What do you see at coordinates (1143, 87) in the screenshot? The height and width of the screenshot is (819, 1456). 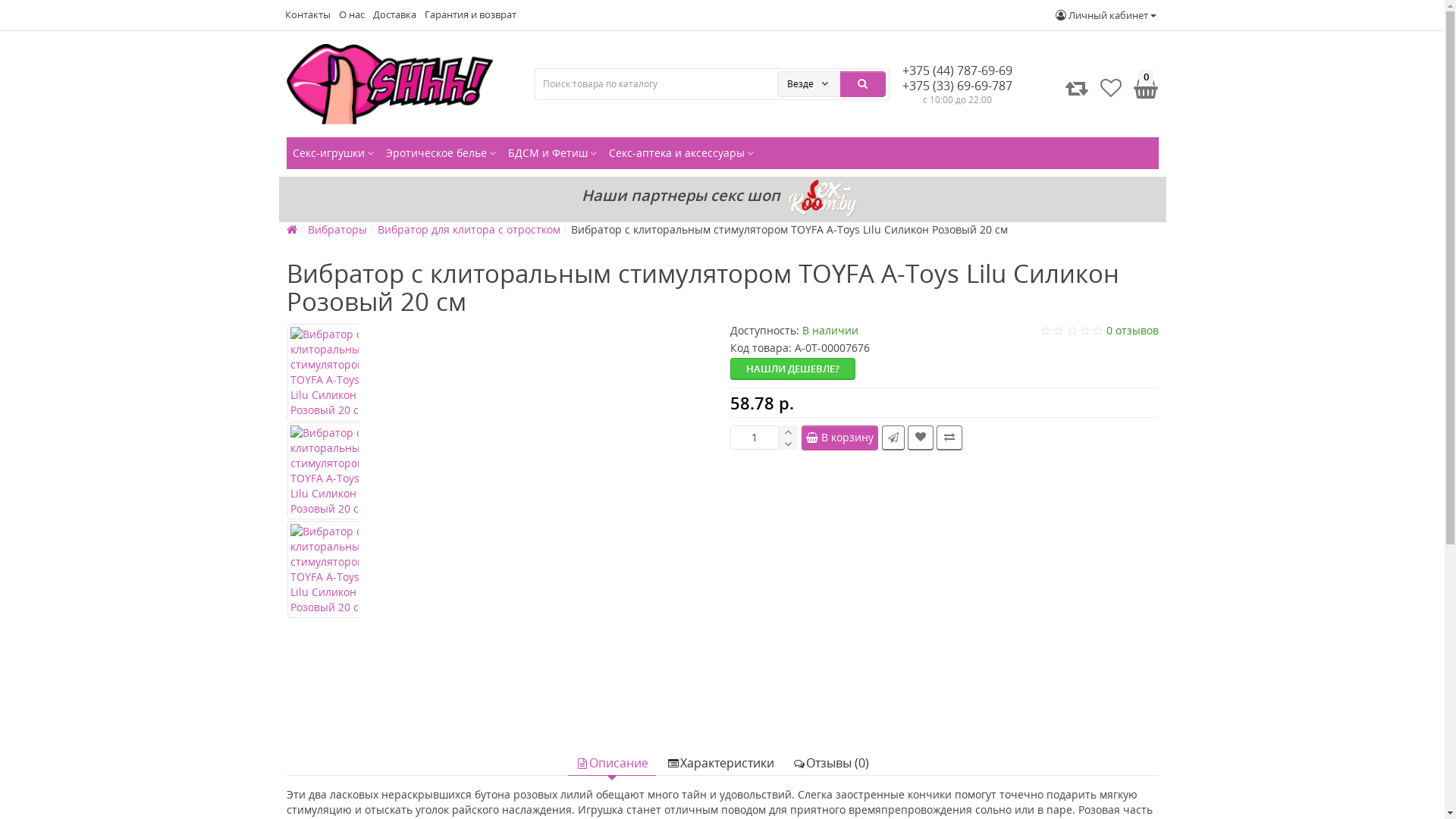 I see `'0'` at bounding box center [1143, 87].